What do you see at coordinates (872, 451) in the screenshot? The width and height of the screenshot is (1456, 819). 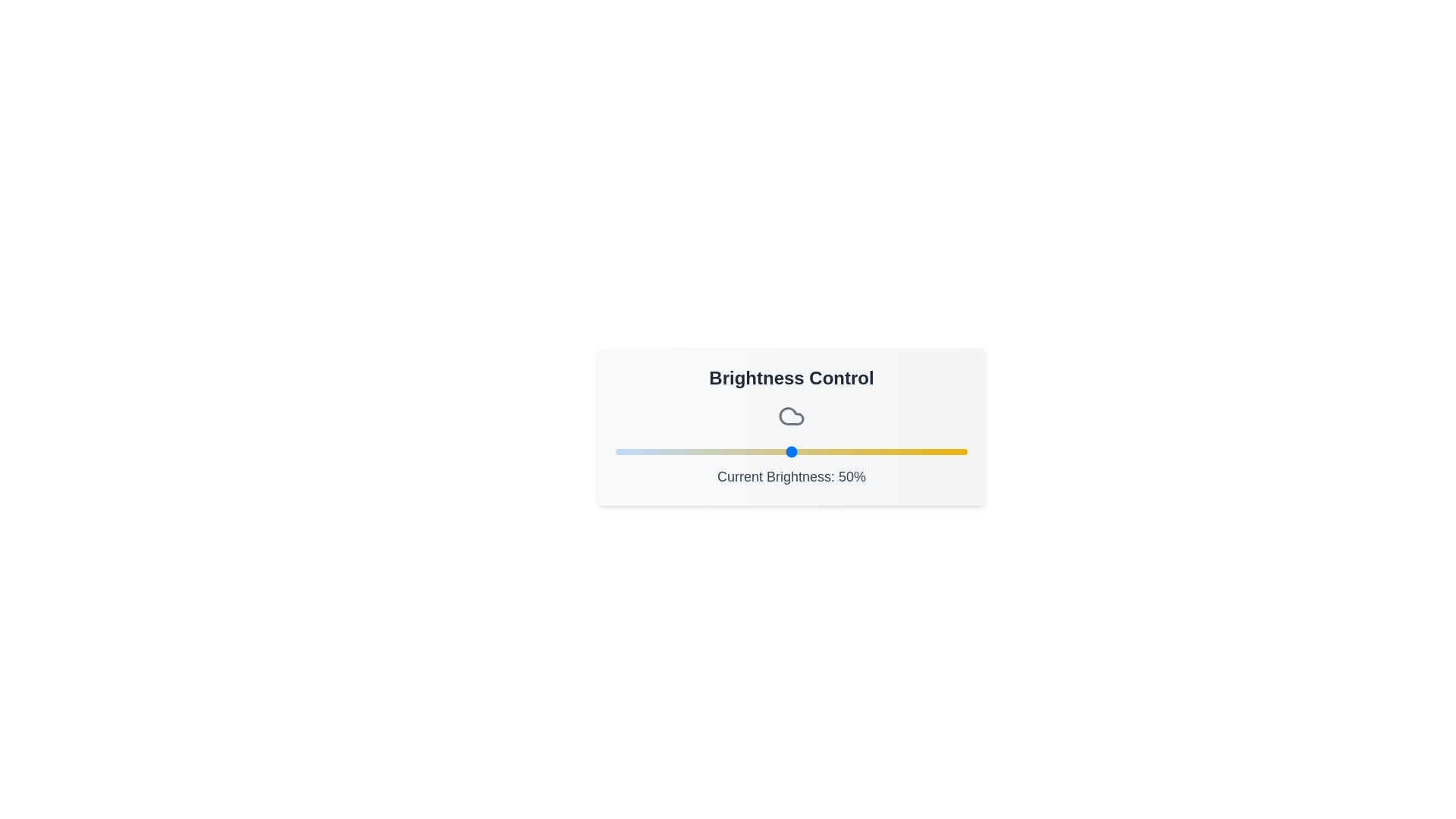 I see `the brightness level to 73% by interacting with the slider` at bounding box center [872, 451].